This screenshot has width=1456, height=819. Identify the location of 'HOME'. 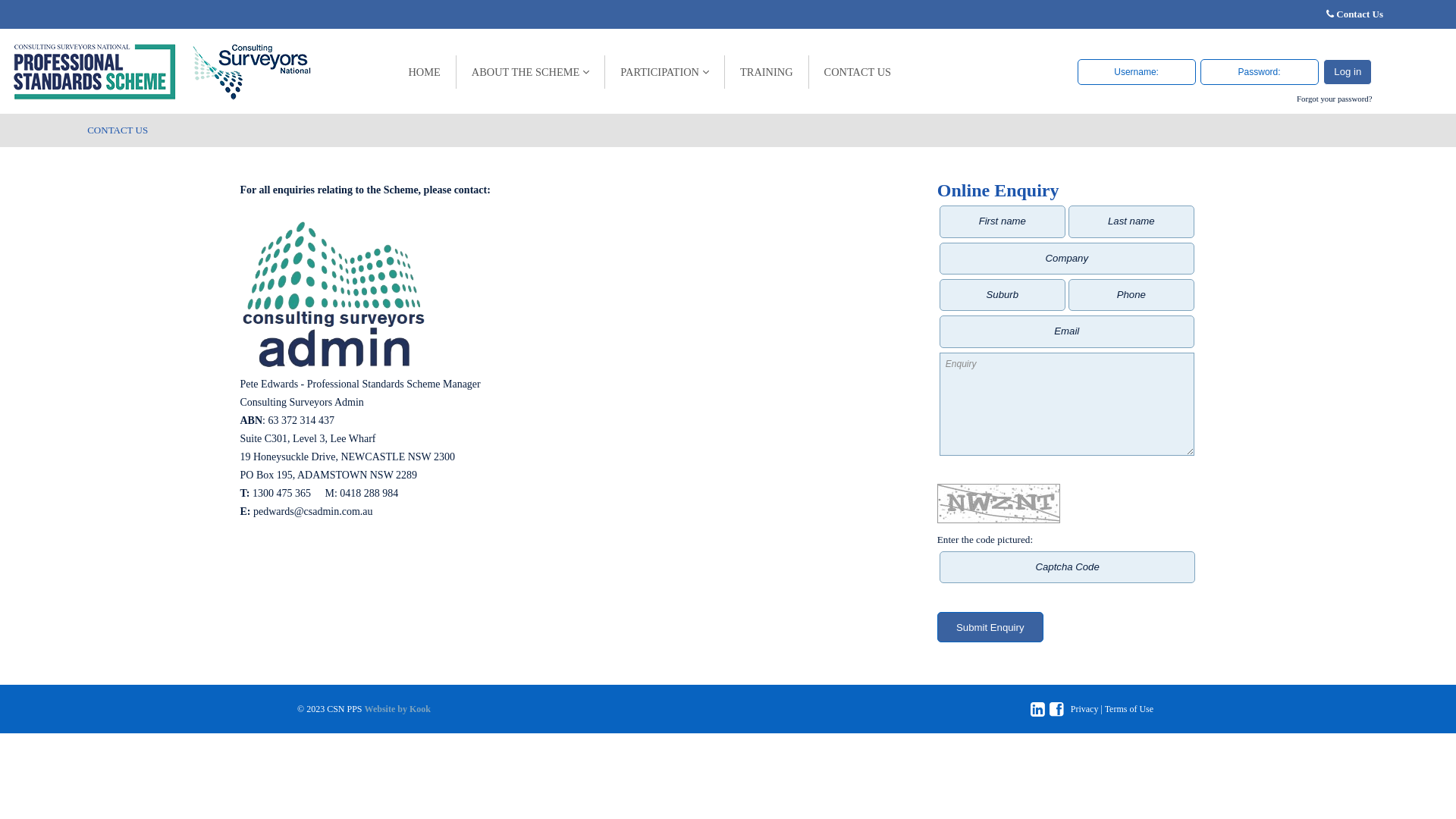
(424, 72).